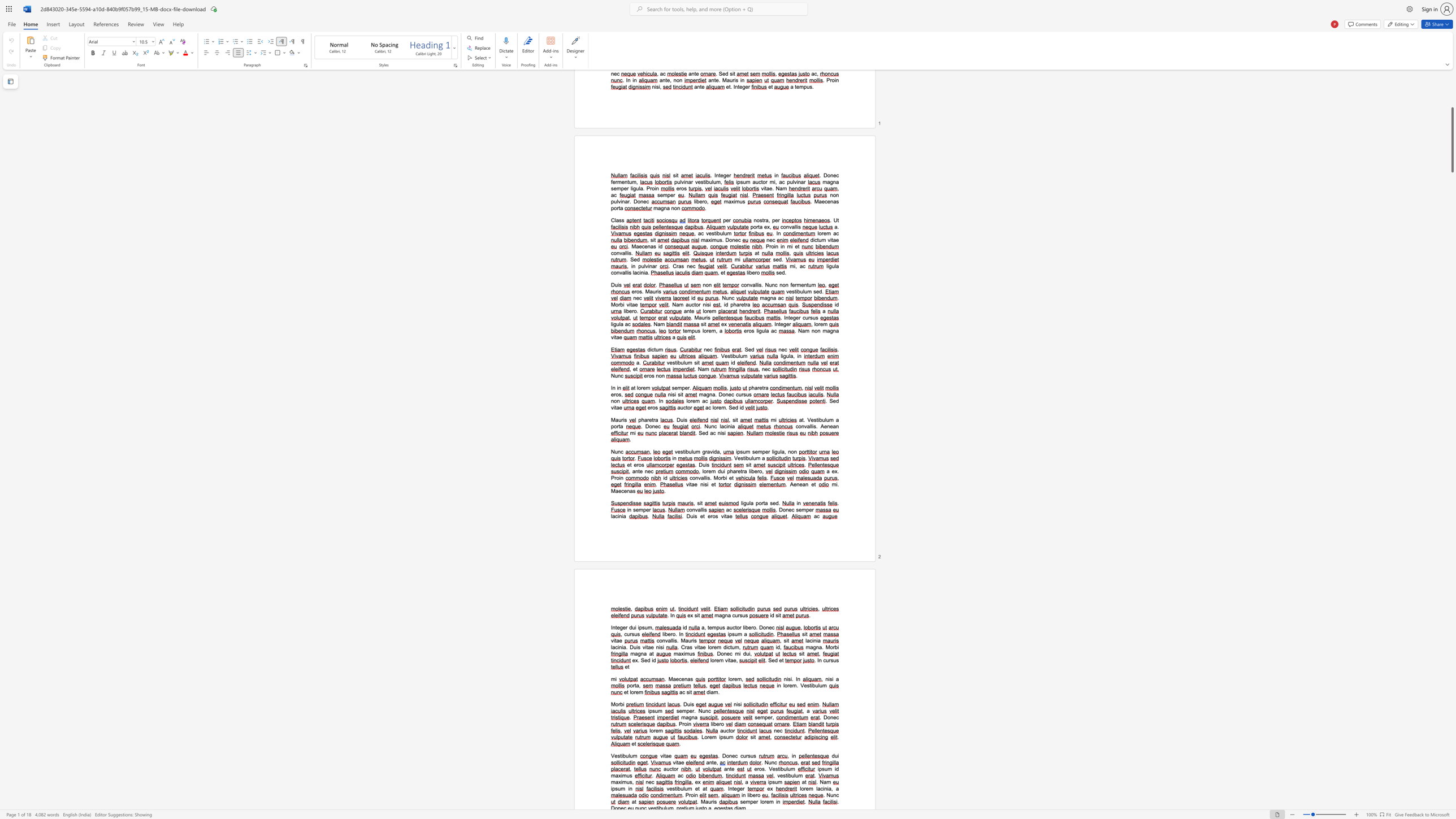 The width and height of the screenshot is (1456, 819). Describe the element at coordinates (705, 736) in the screenshot. I see `the 1th character "o" in the text` at that location.